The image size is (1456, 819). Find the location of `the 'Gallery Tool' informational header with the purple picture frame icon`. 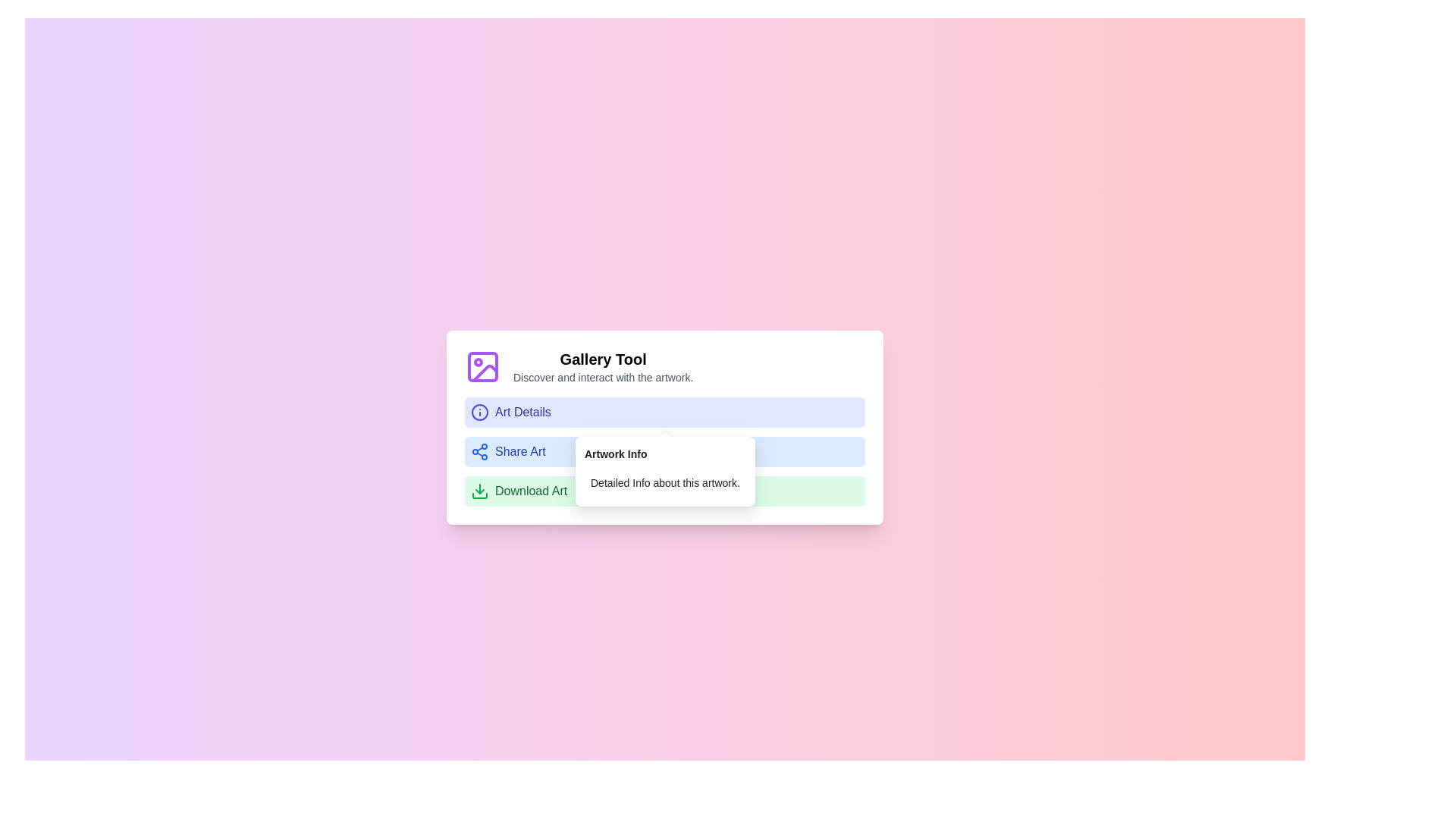

the 'Gallery Tool' informational header with the purple picture frame icon is located at coordinates (665, 366).